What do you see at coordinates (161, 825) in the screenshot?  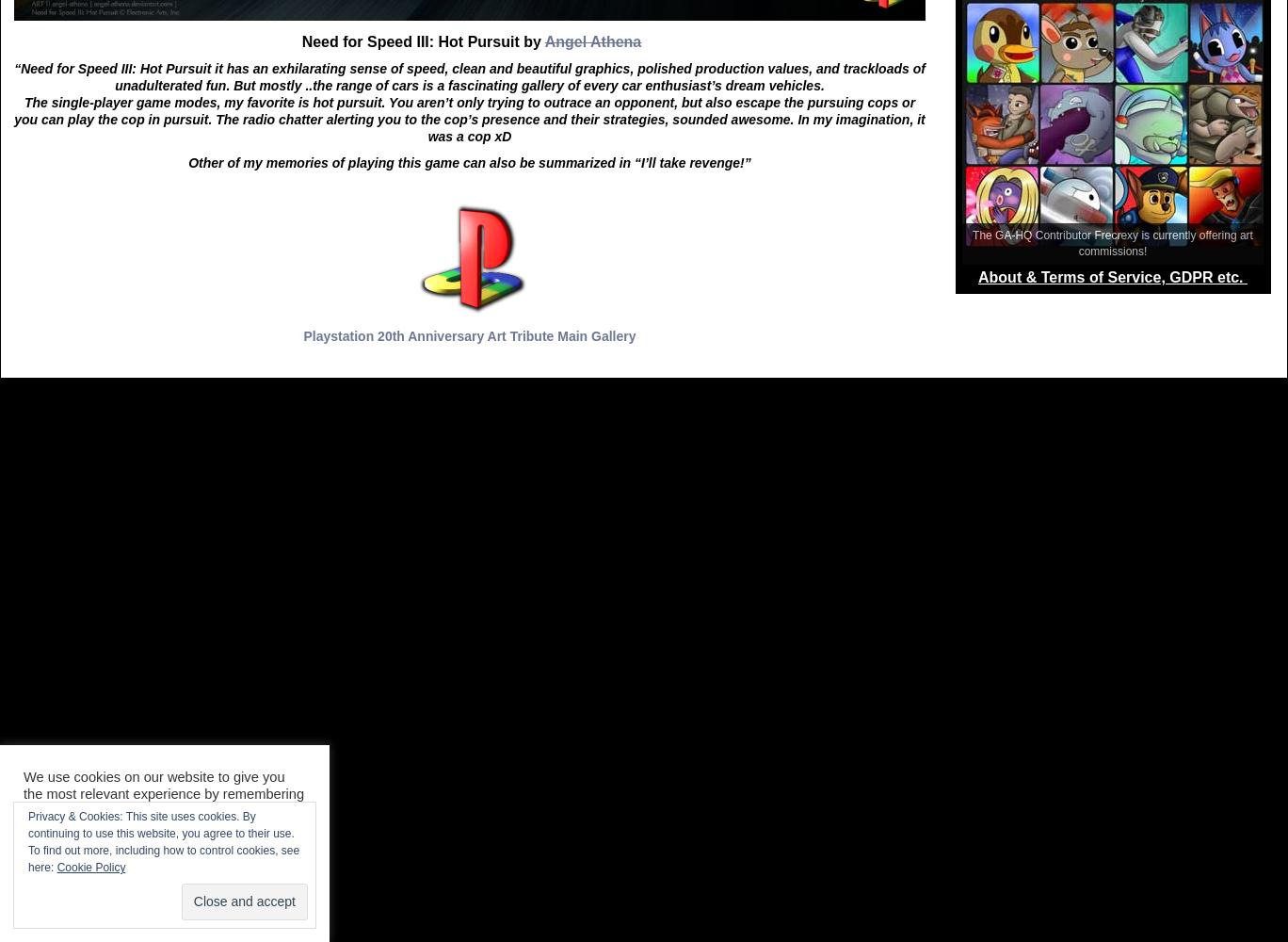 I see `'Privacy & Cookies: This site uses cookies. By continuing to use this website, you agree to their use.'` at bounding box center [161, 825].